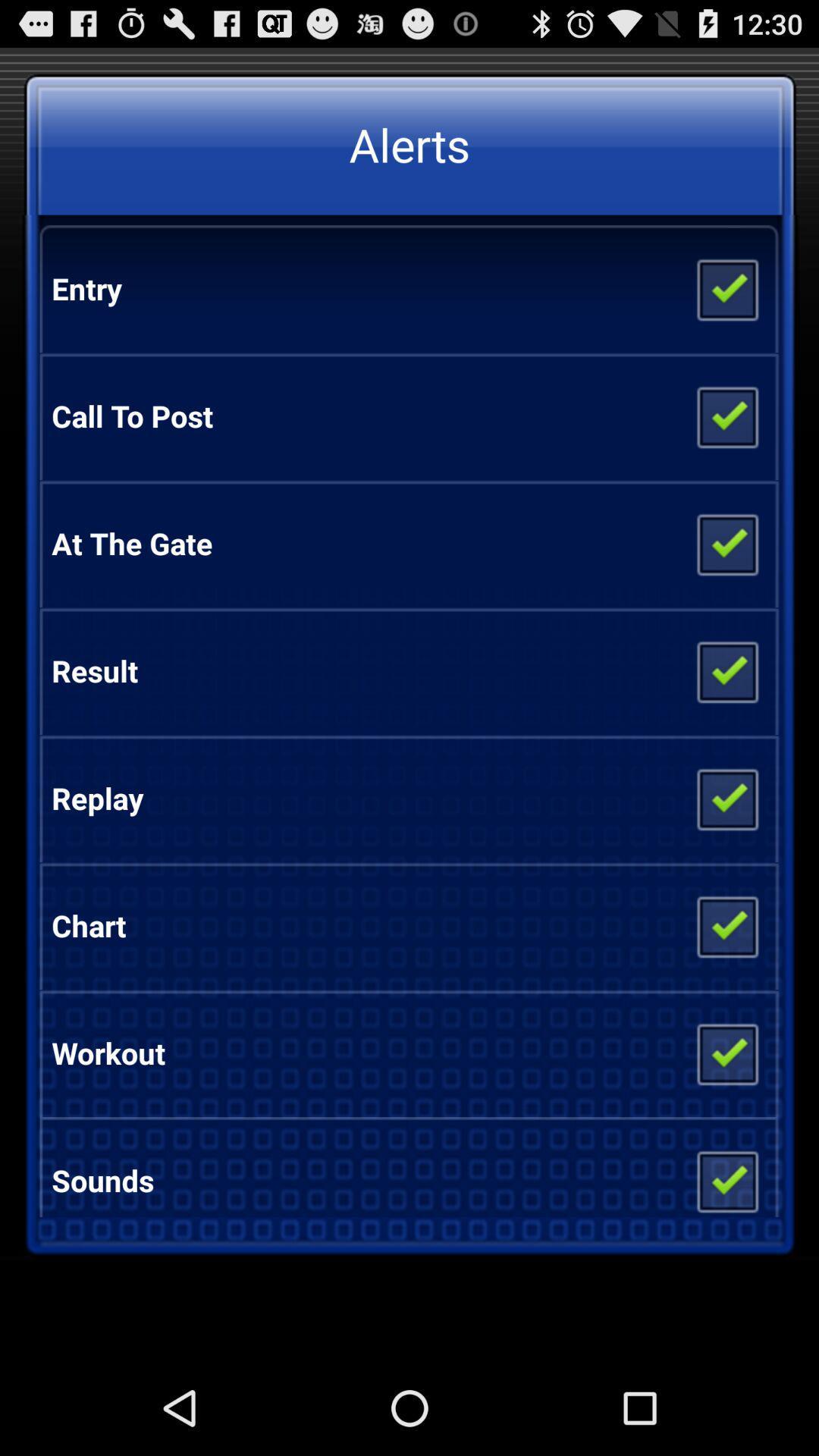  What do you see at coordinates (726, 1174) in the screenshot?
I see `sounds on or off` at bounding box center [726, 1174].